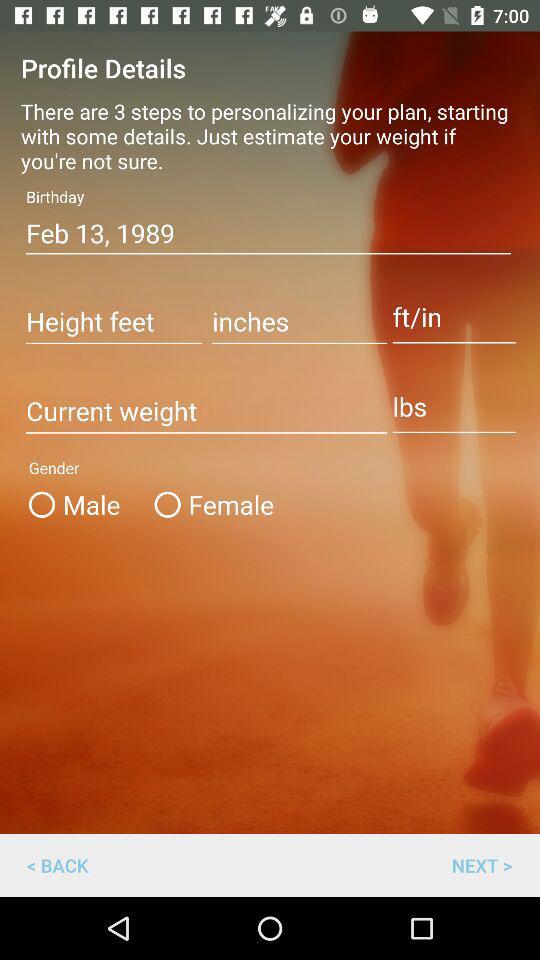 This screenshot has width=540, height=960. I want to click on the icon next to the < back icon, so click(481, 864).